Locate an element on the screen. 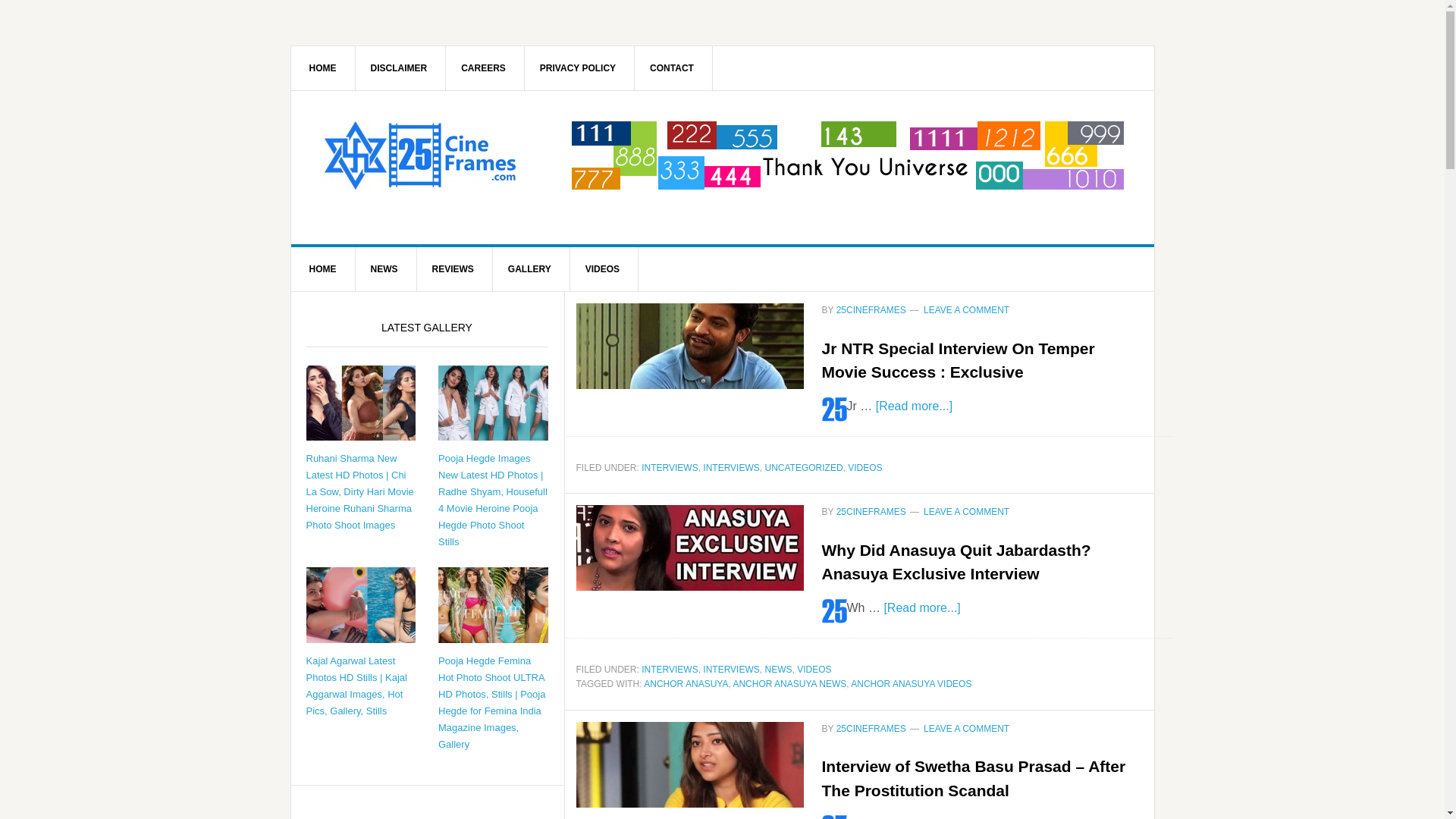  'VIDEOS' is located at coordinates (796, 669).